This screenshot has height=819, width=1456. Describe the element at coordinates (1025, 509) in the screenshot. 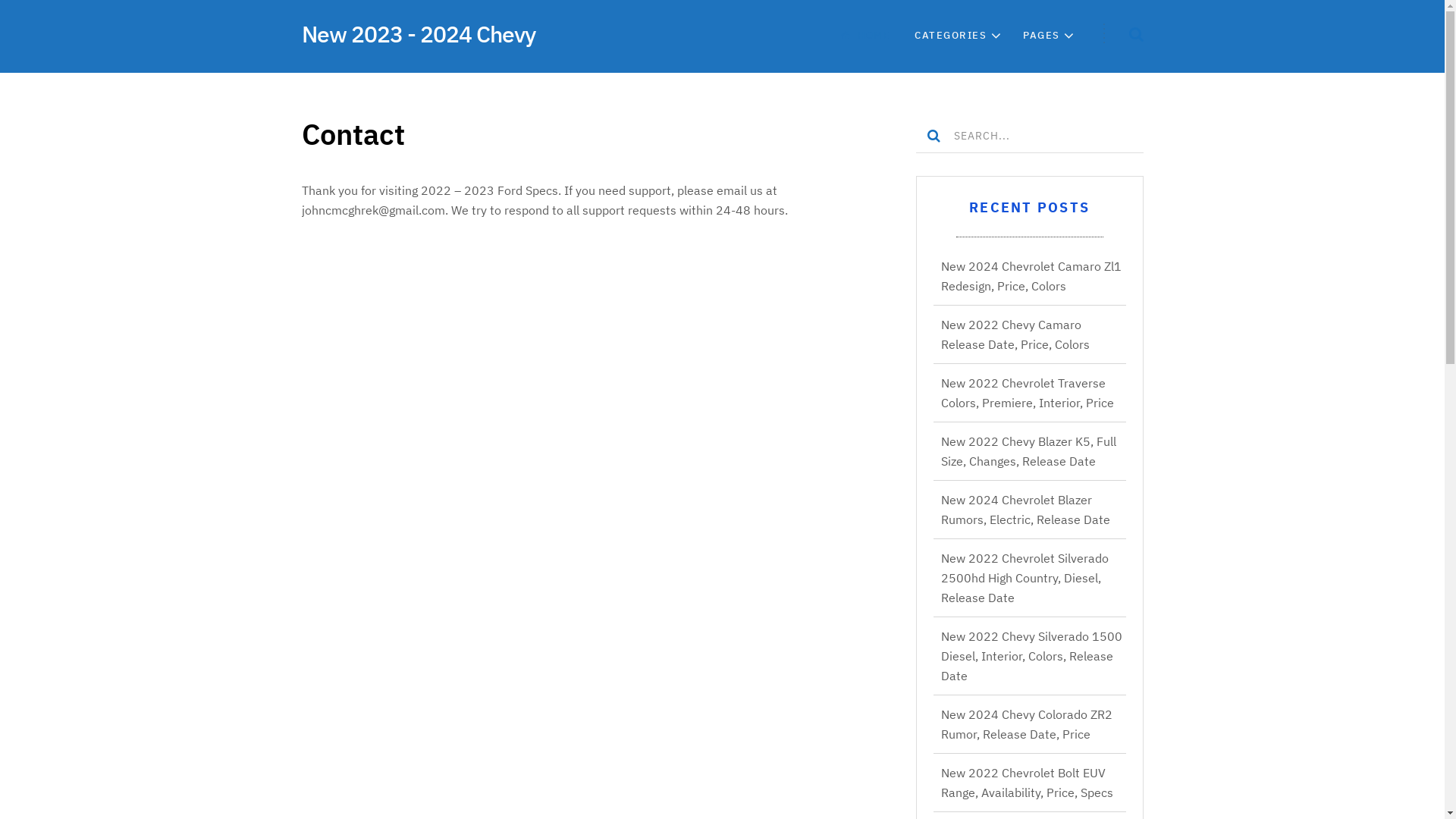

I see `'New 2024 Chevrolet Blazer Rumors, Electric, Release Date'` at that location.